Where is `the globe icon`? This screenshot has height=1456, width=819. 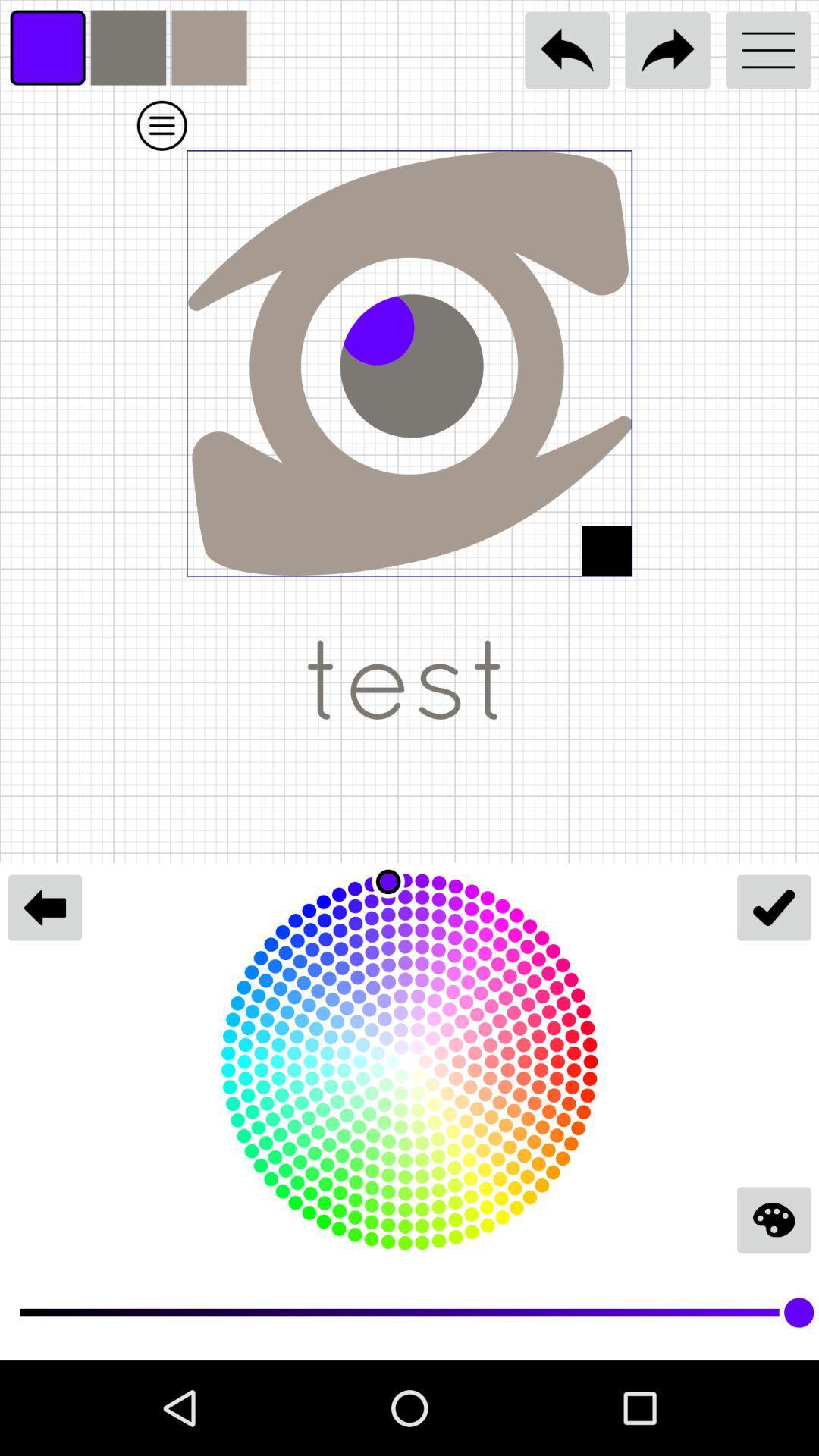 the globe icon is located at coordinates (773, 1219).